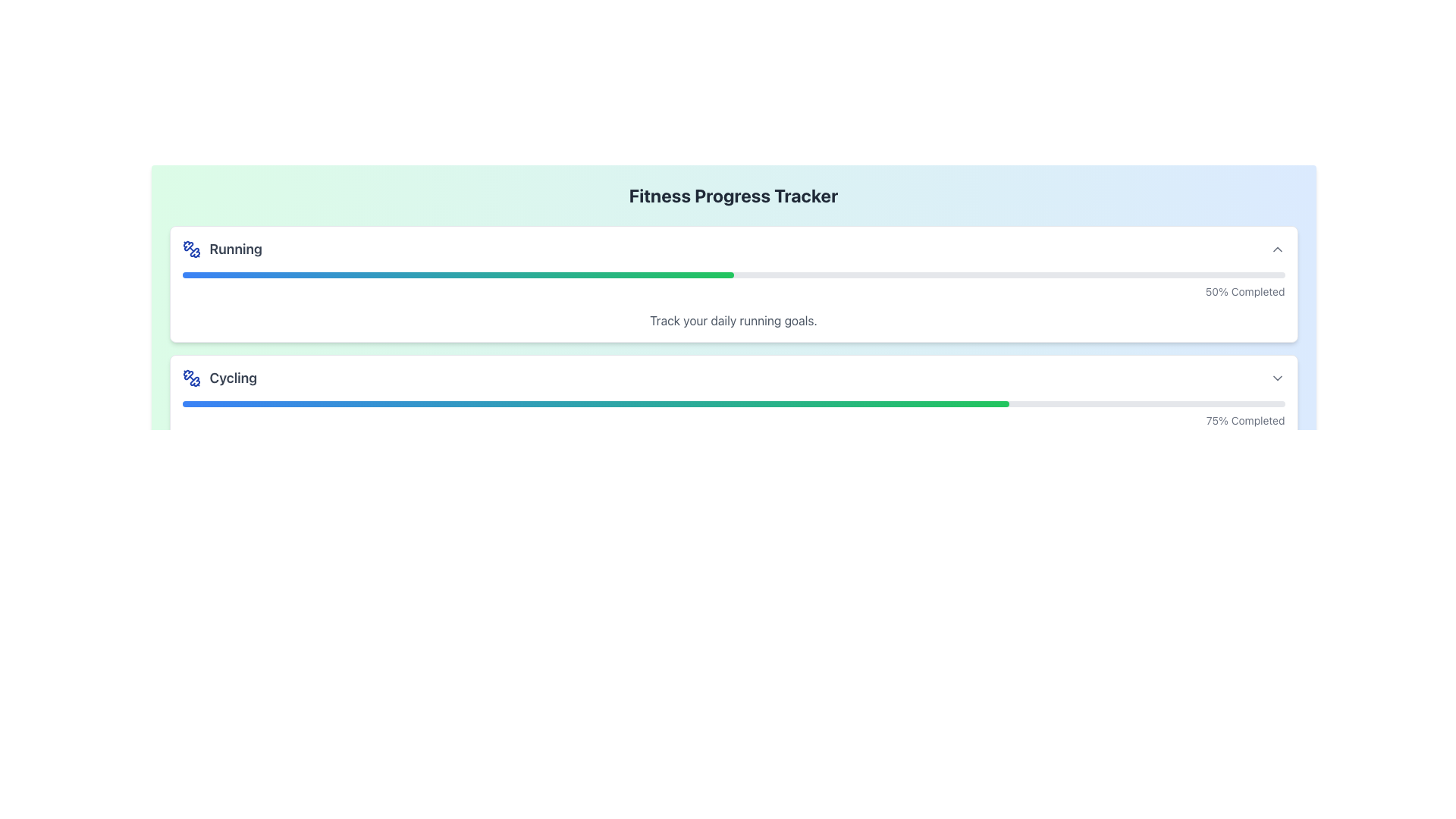  I want to click on the Cycling activity icon in the progress tracker interface, located to the left of the 'Cycling' text, so click(190, 377).